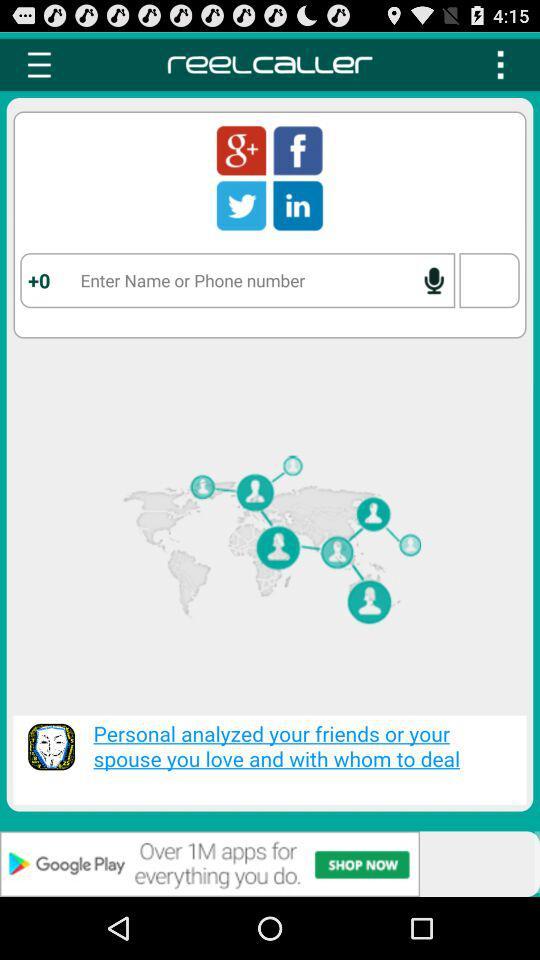 The image size is (540, 960). Describe the element at coordinates (499, 64) in the screenshot. I see `settings` at that location.